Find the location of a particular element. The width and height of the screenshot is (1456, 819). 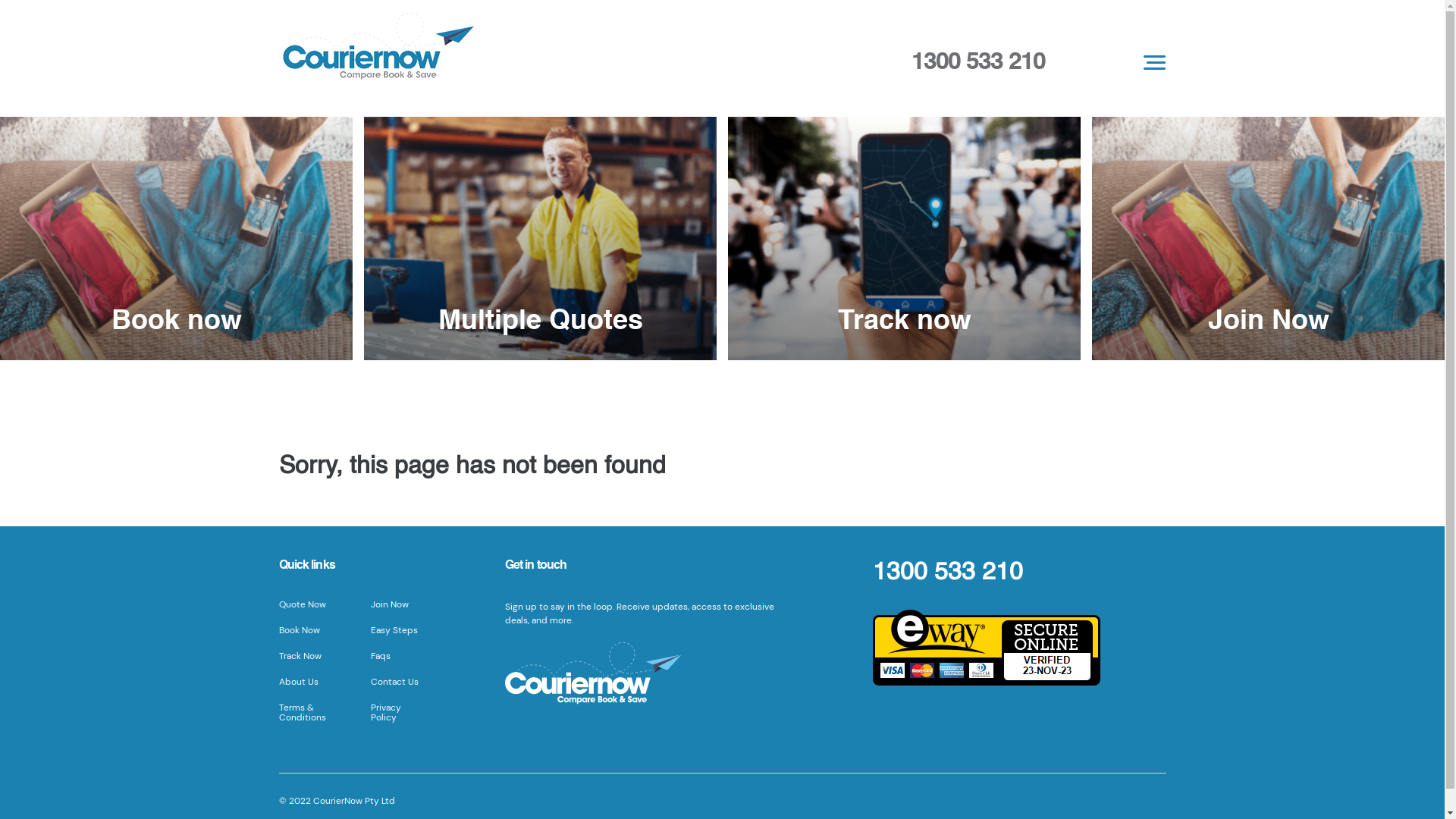

'Book now' is located at coordinates (176, 238).